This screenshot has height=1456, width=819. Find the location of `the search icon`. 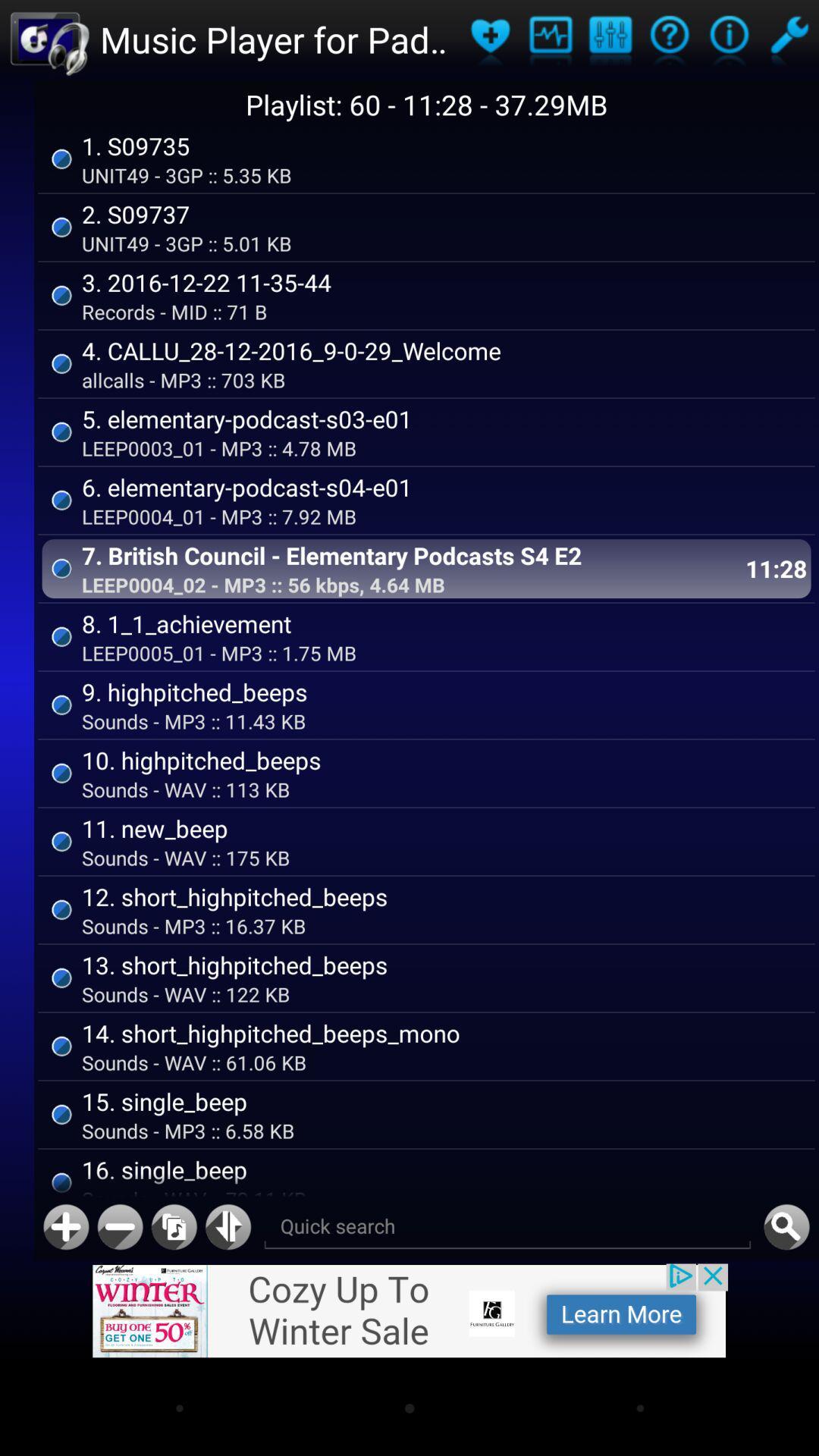

the search icon is located at coordinates (786, 1312).